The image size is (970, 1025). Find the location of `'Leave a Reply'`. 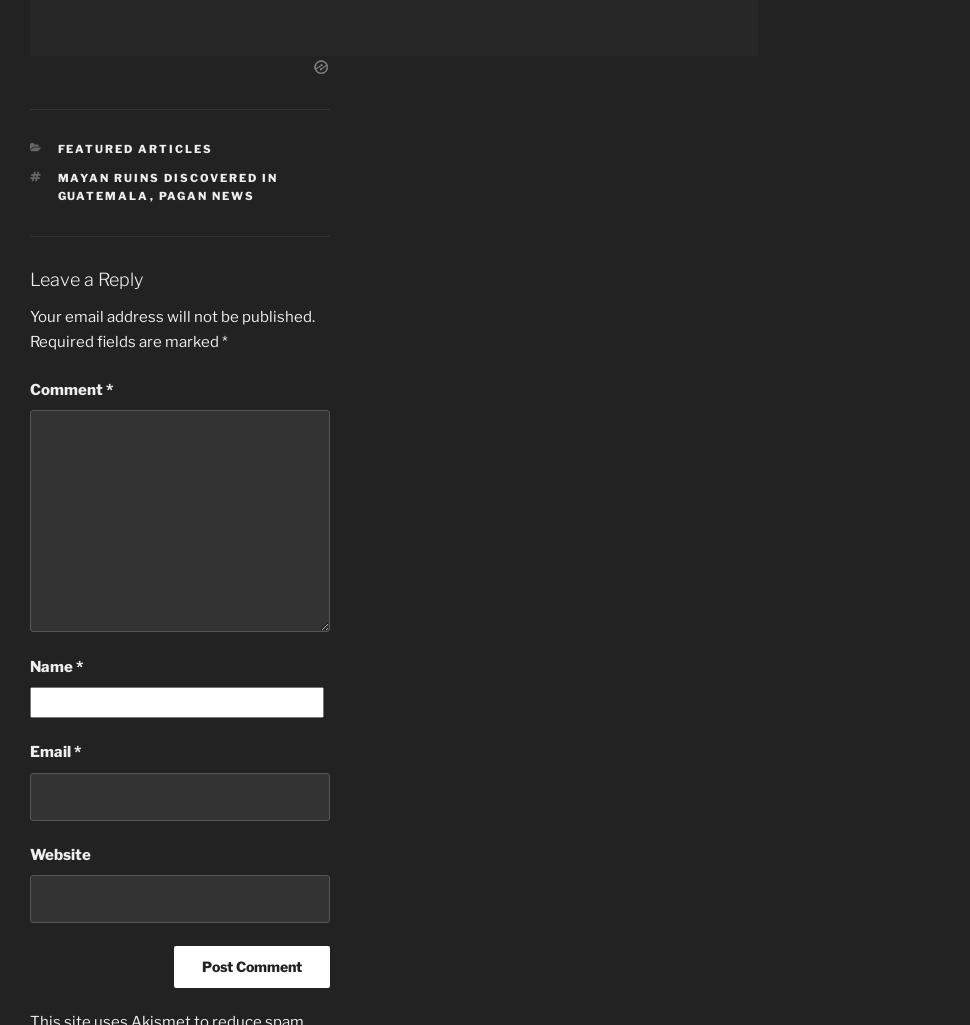

'Leave a Reply' is located at coordinates (85, 277).